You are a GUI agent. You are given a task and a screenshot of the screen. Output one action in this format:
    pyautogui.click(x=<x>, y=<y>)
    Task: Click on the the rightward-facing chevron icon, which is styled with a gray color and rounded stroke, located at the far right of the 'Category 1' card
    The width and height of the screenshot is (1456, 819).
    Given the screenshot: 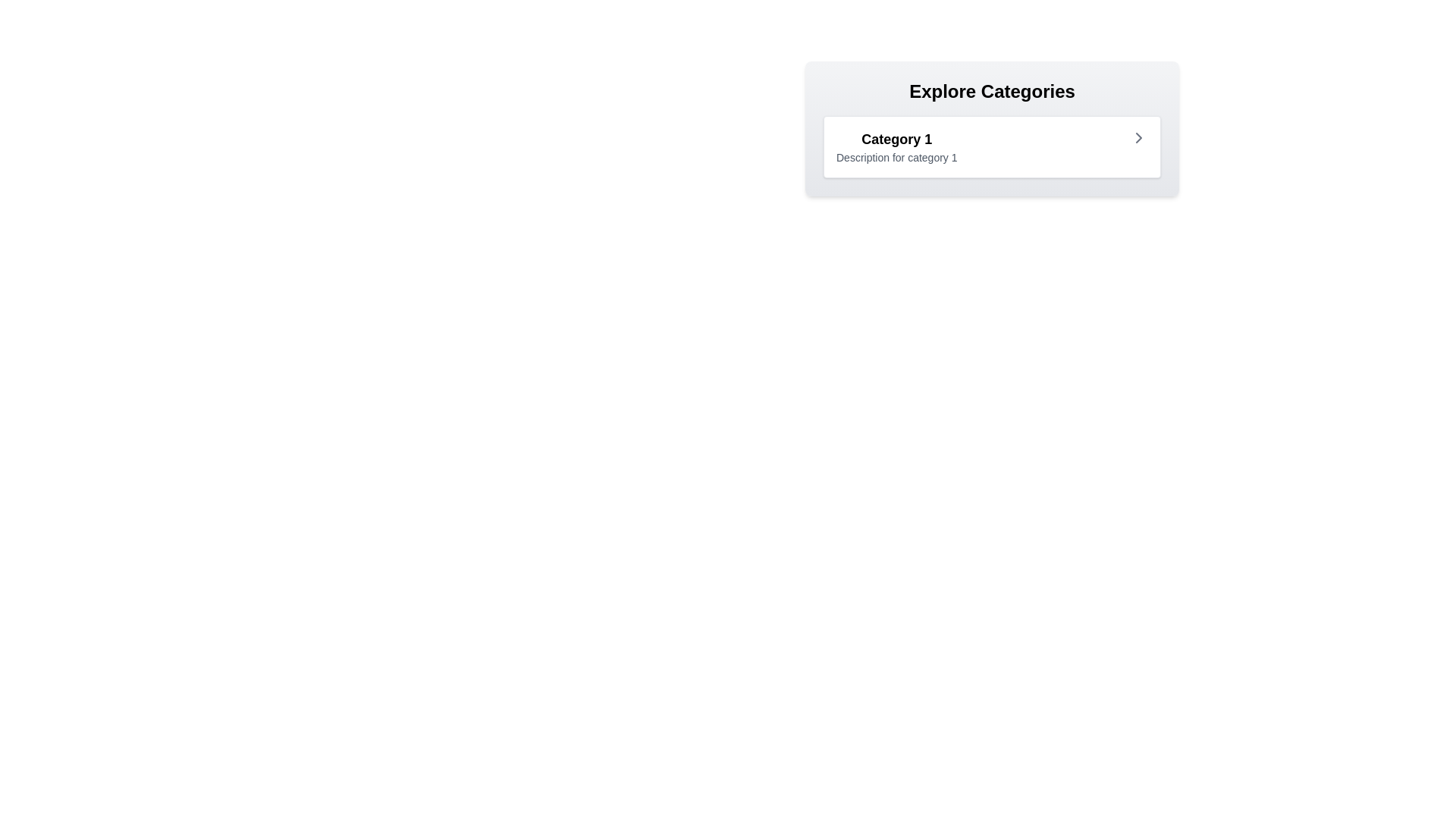 What is the action you would take?
    pyautogui.click(x=1139, y=137)
    